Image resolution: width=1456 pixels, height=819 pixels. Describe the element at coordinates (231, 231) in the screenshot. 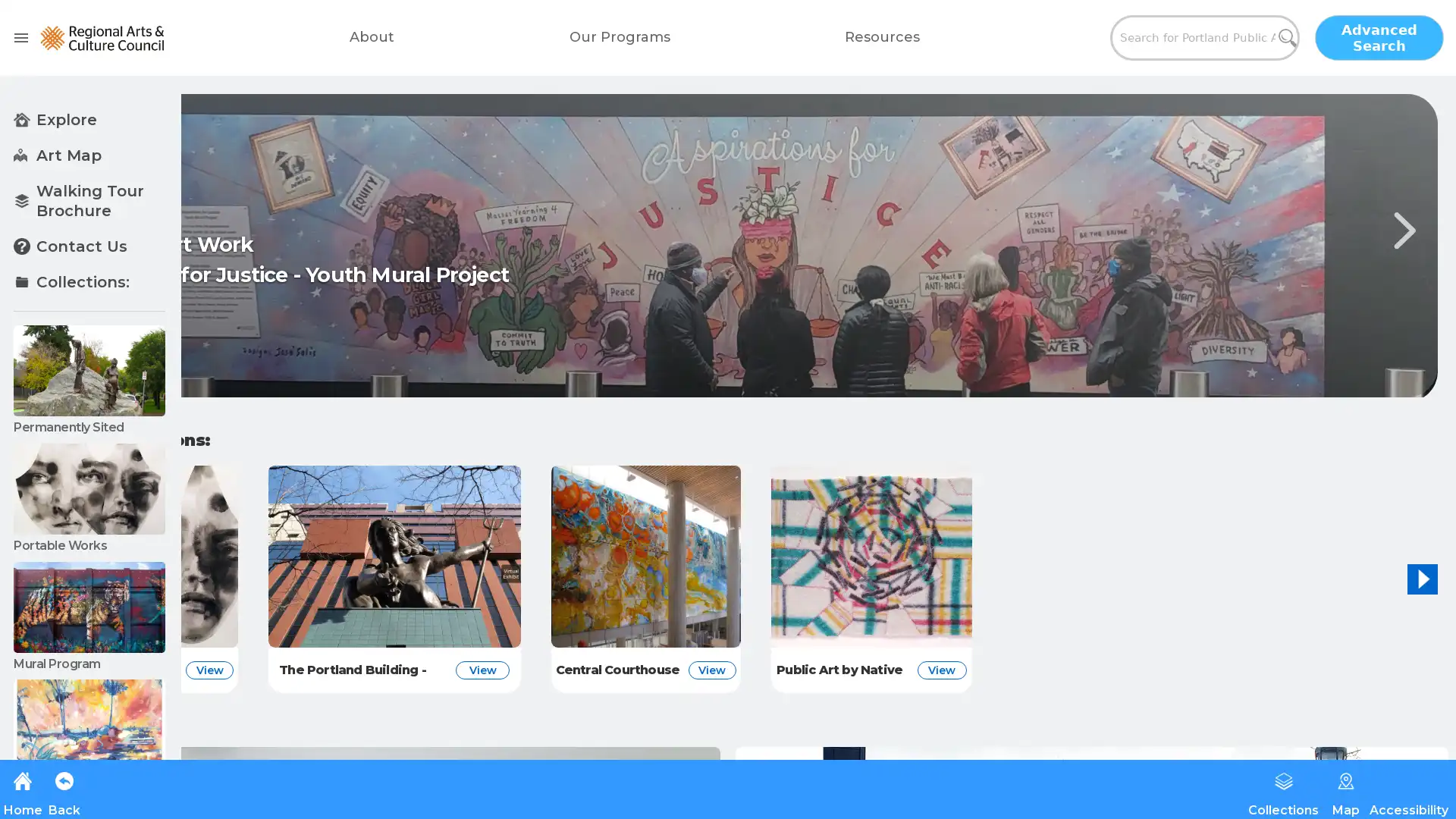

I see `Previous` at that location.